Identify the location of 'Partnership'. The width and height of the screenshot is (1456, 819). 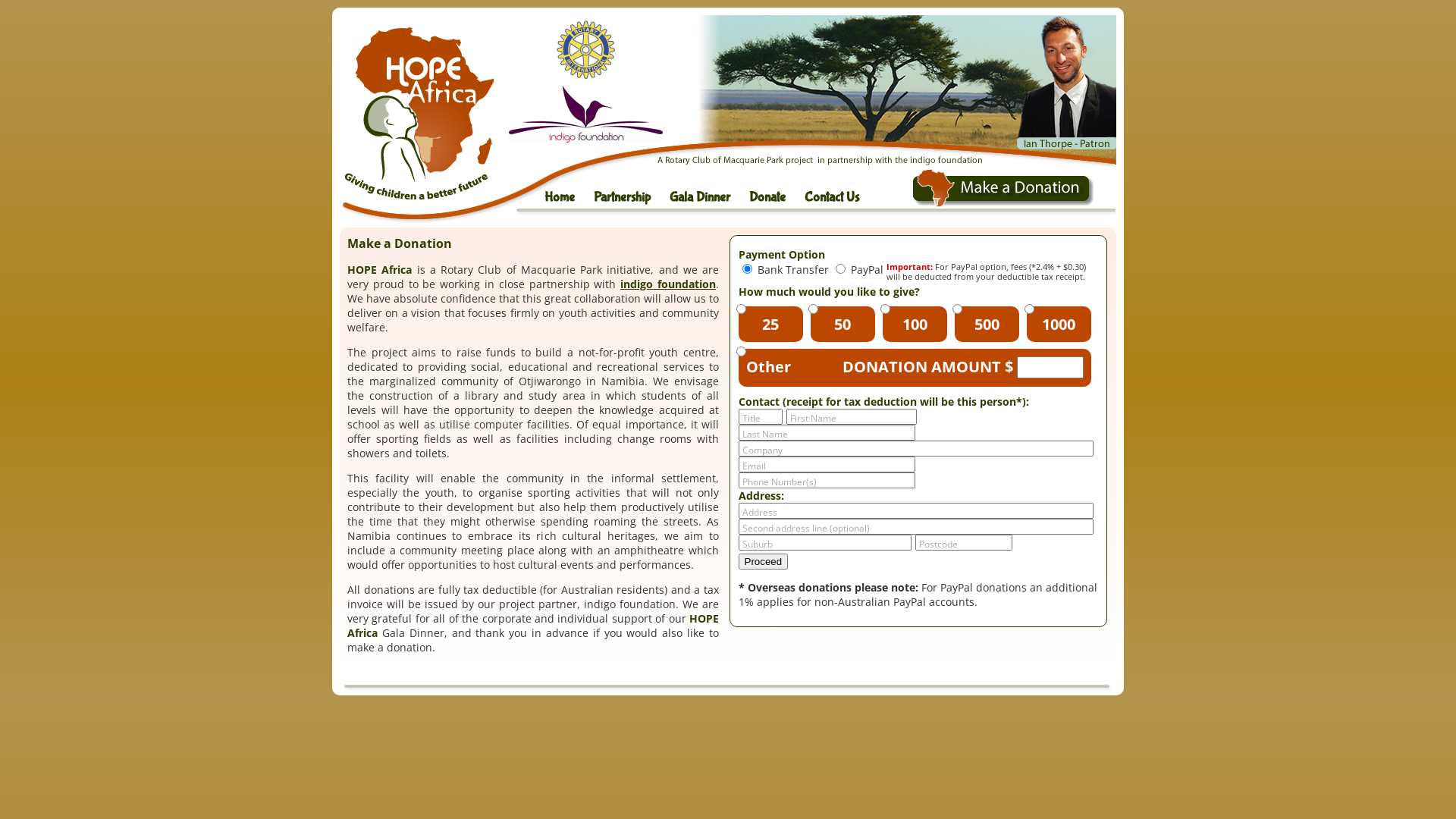
(632, 193).